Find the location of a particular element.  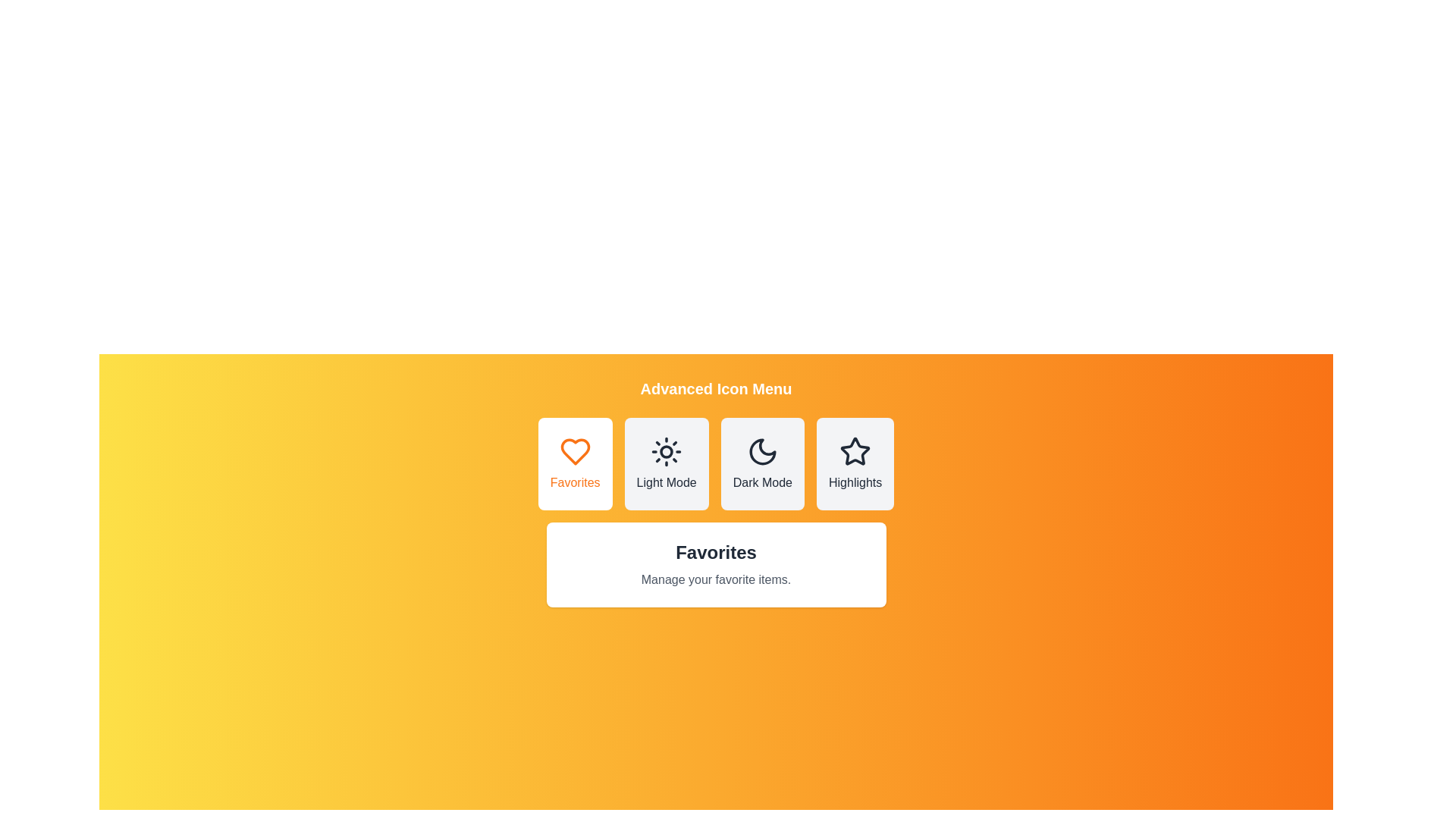

the crescent moon icon representing the 'Dark Mode' option in the menu by moving the cursor to its center point is located at coordinates (762, 451).